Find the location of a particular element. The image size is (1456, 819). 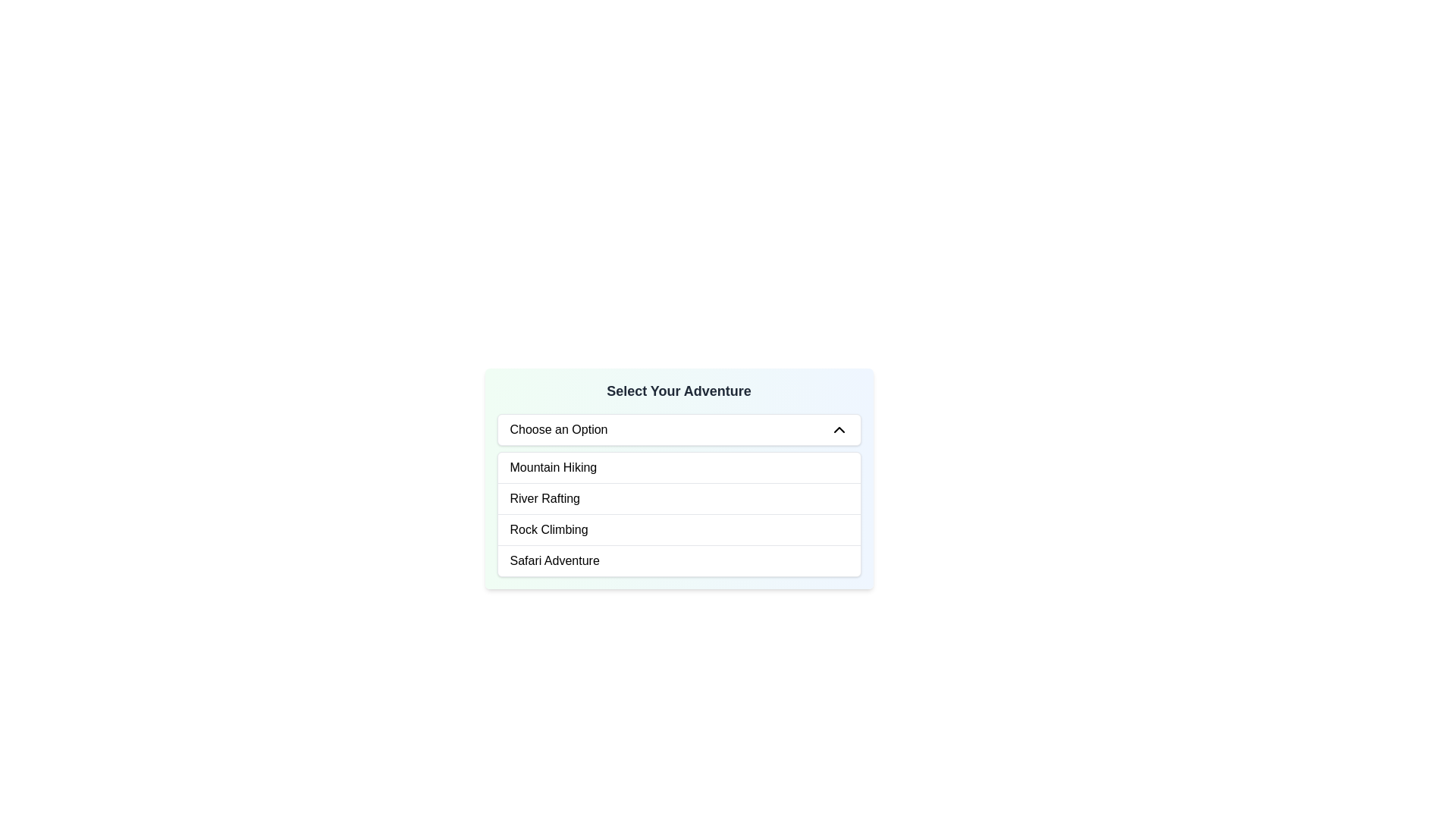

the 'Mountain Hiking' option in the 'Select Your Adventure' dropdown list is located at coordinates (678, 467).